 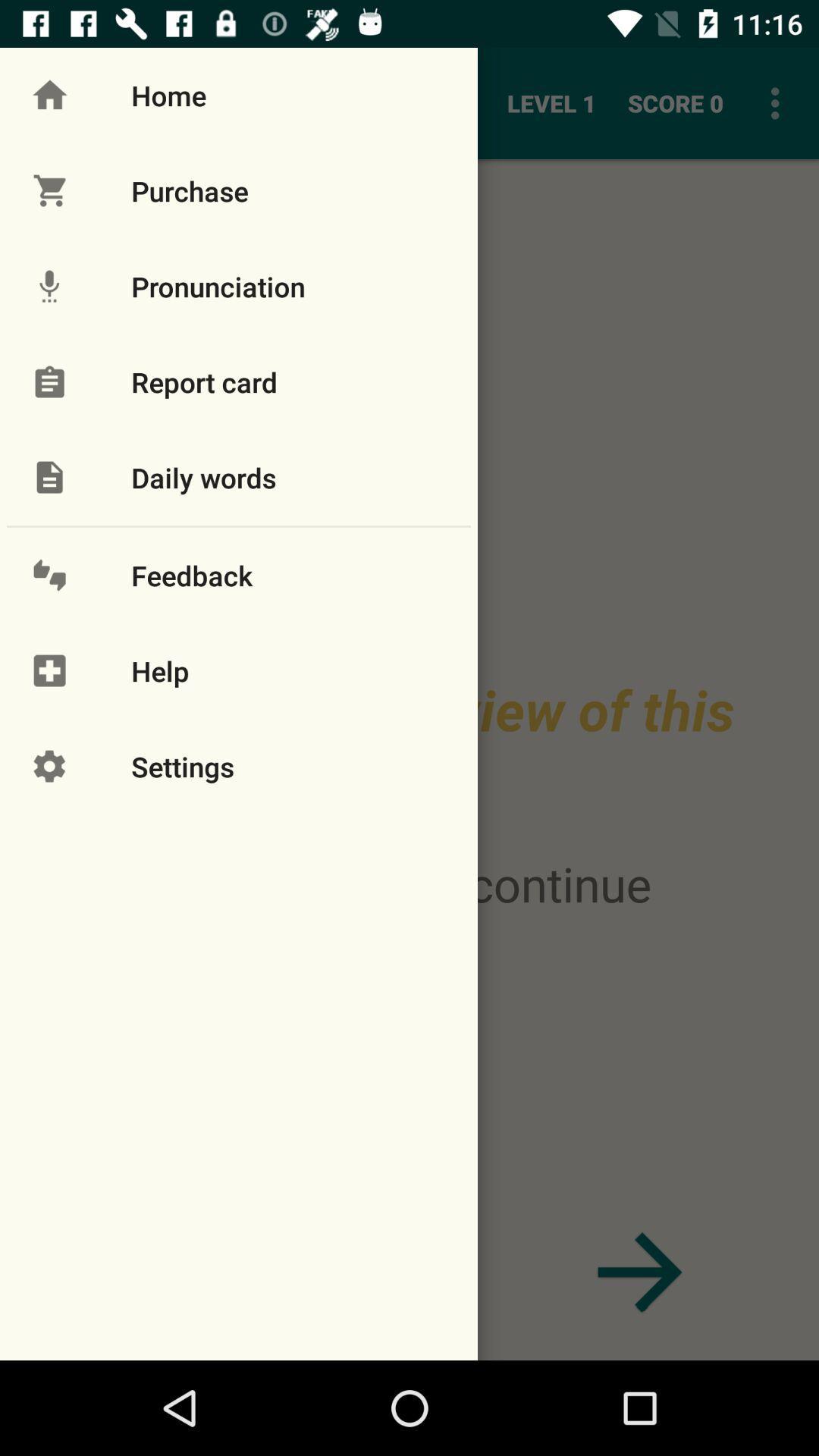 What do you see at coordinates (639, 1272) in the screenshot?
I see `the arrow_forward icon` at bounding box center [639, 1272].